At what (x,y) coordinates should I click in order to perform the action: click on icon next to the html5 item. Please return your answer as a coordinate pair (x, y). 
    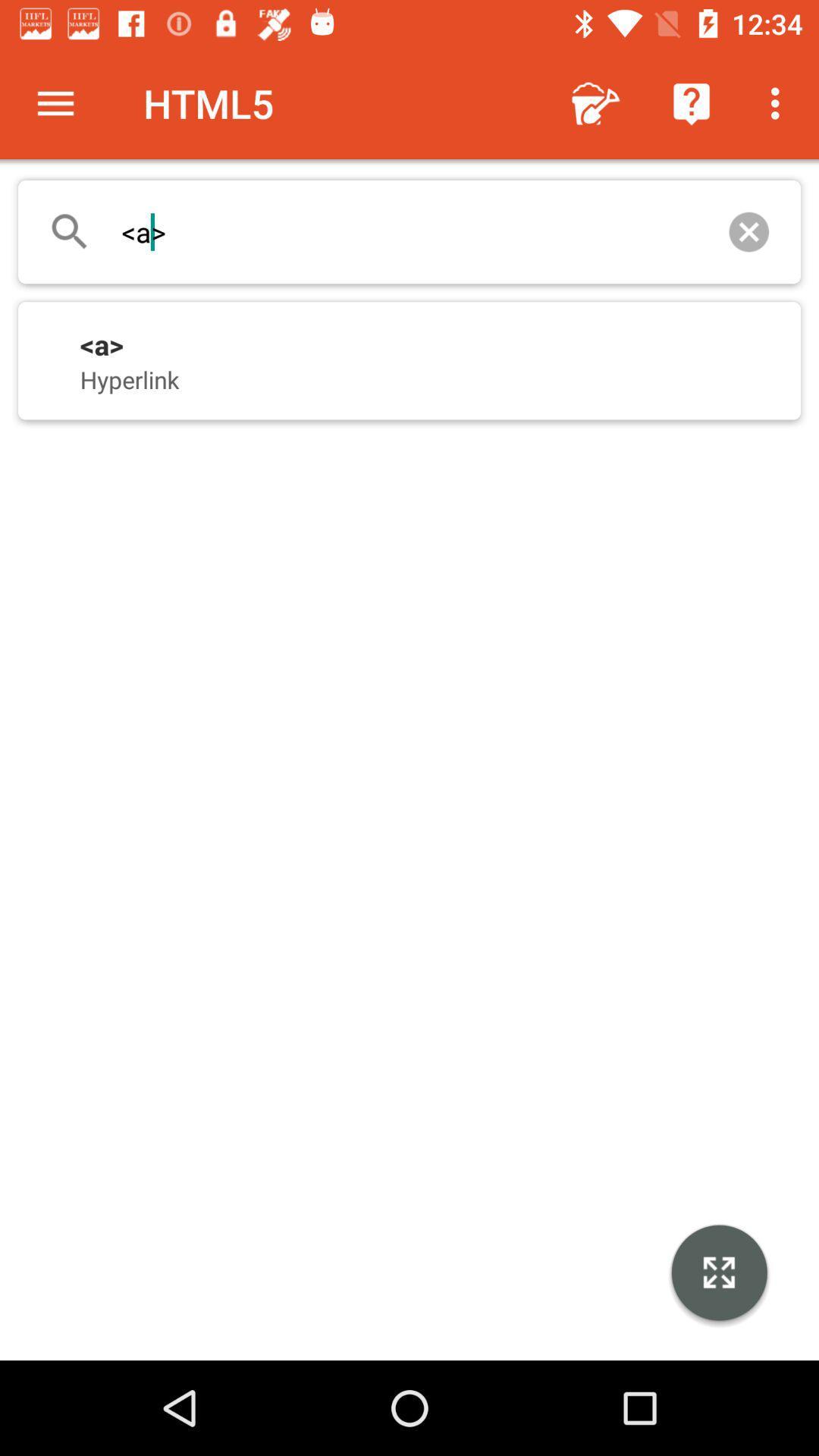
    Looking at the image, I should click on (595, 102).